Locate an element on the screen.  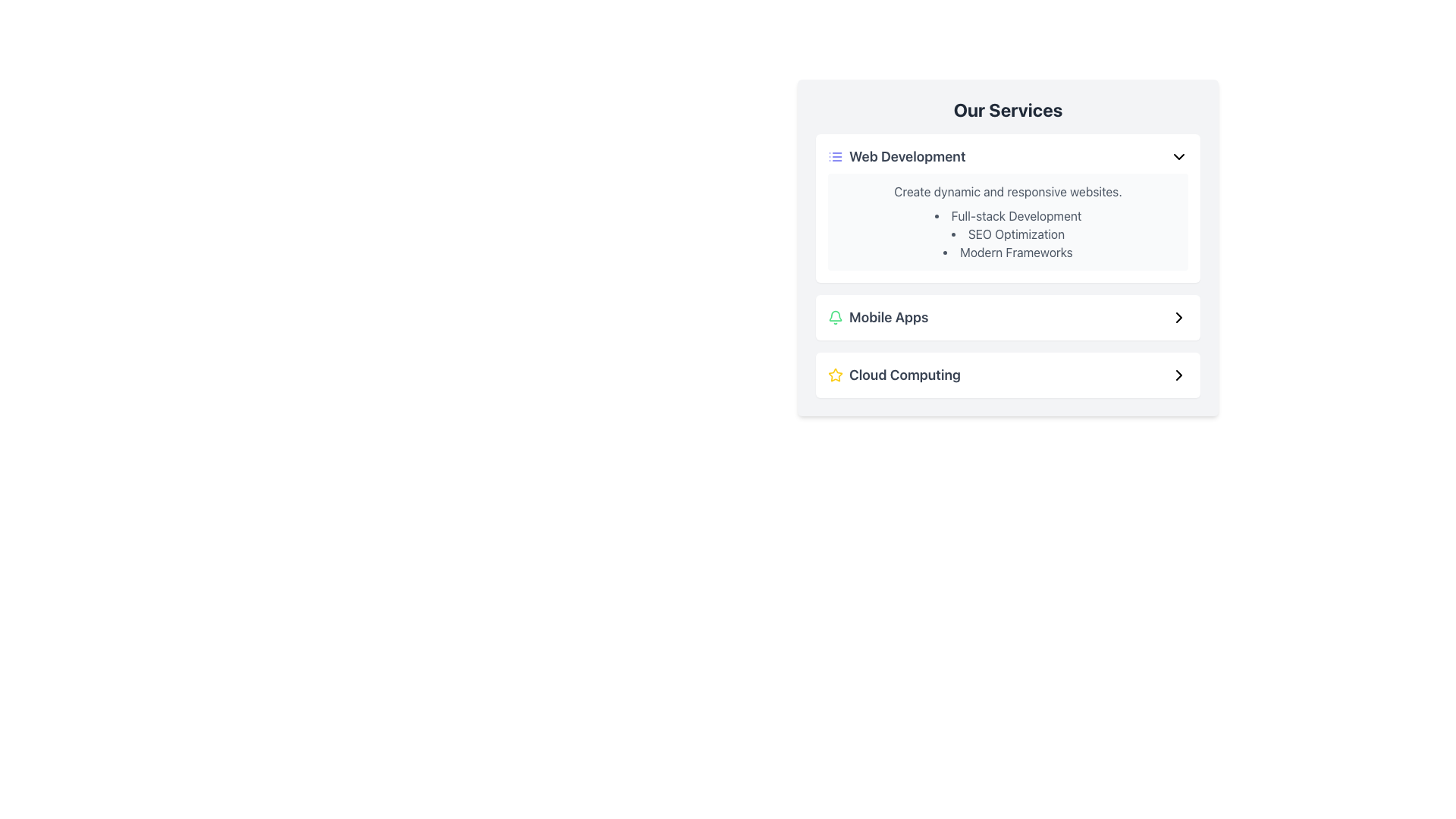
the star icon located to the left of the 'Cloud Computing' text in the 'Our Services' section, which is the third item in a vertical list is located at coordinates (835, 375).